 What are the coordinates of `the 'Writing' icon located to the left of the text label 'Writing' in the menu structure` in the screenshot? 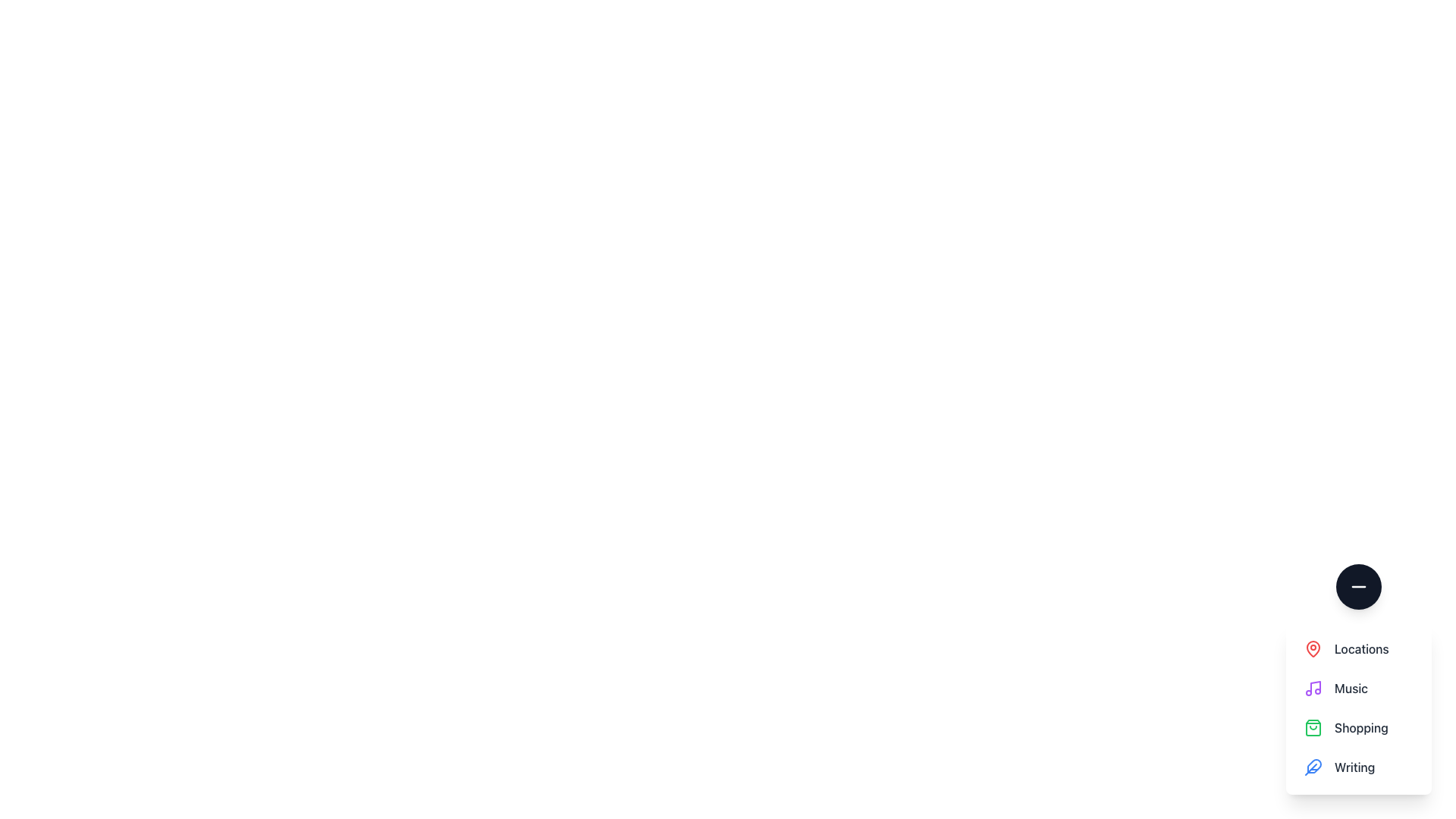 It's located at (1313, 767).